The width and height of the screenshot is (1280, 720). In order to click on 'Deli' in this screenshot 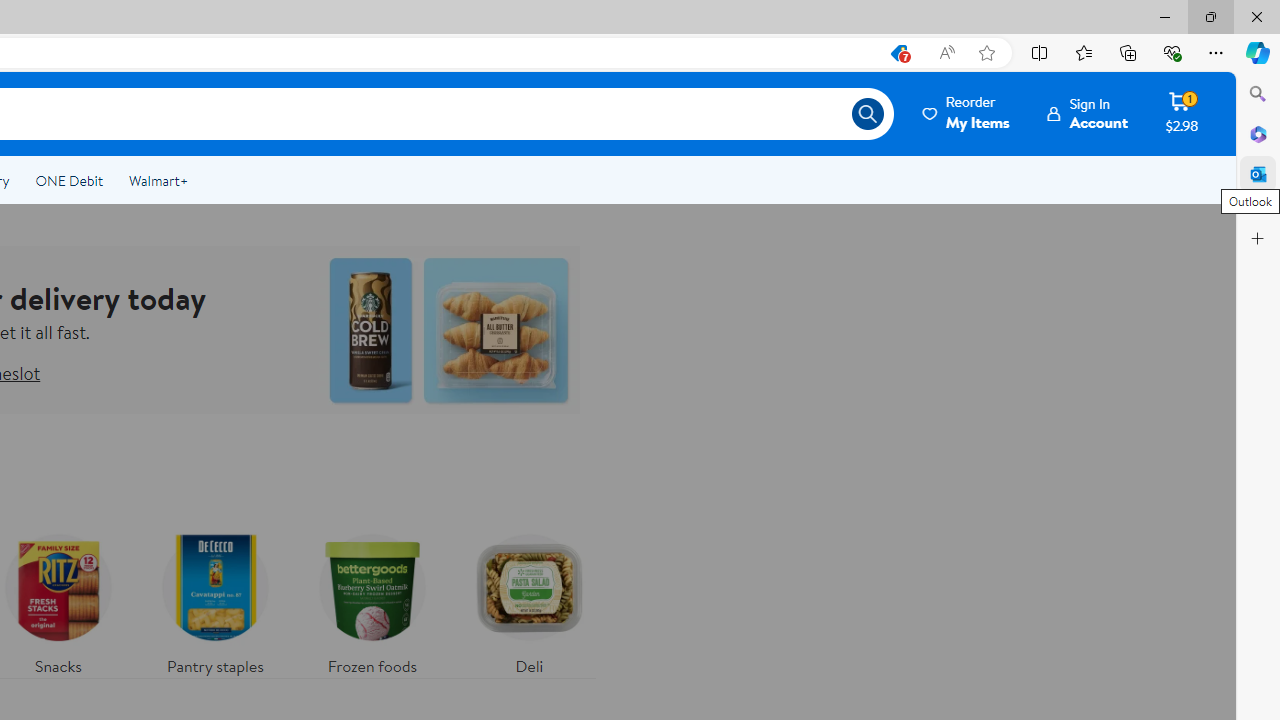, I will do `click(529, 598)`.